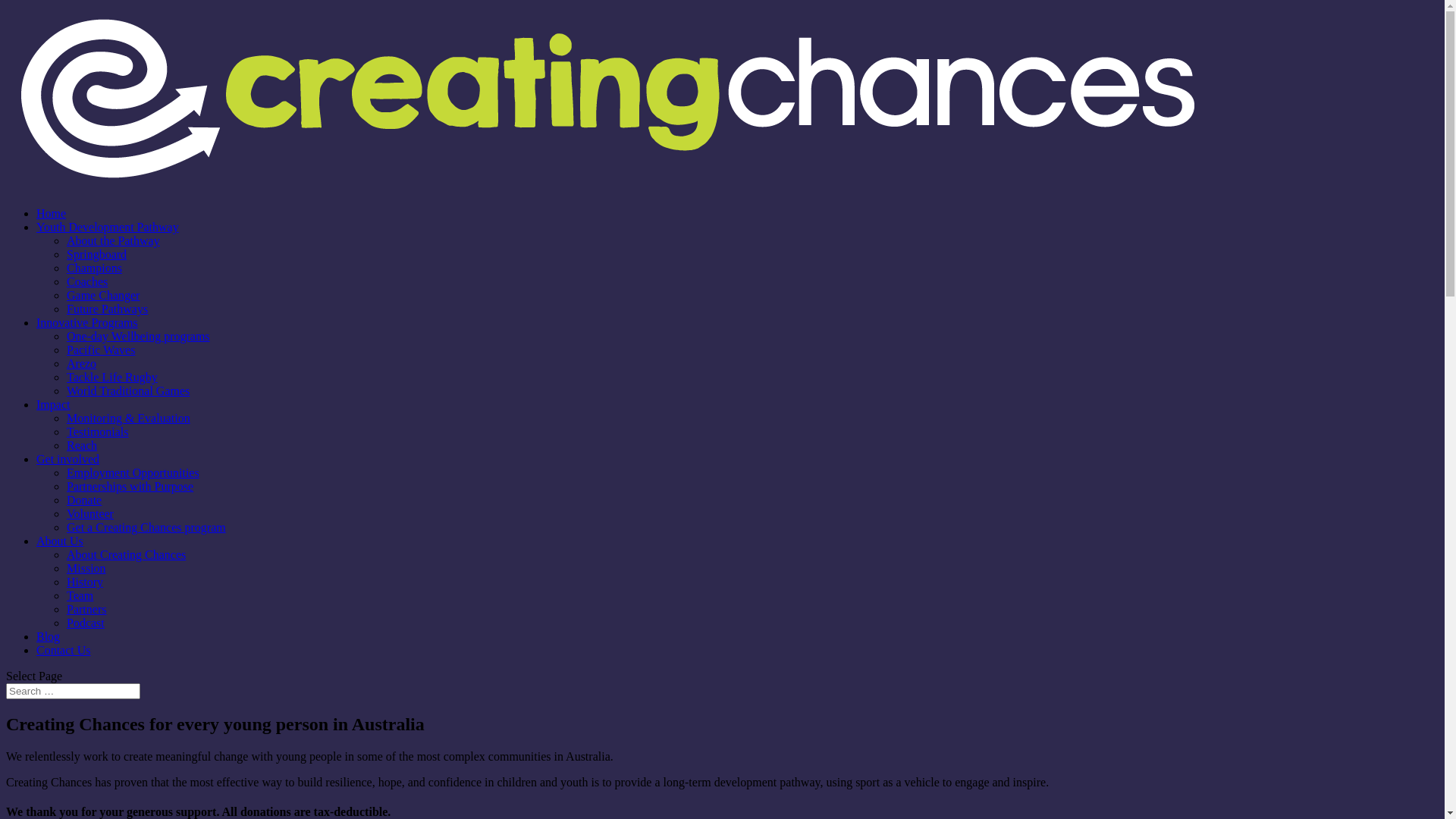 Image resolution: width=1456 pixels, height=819 pixels. I want to click on 'About Us', so click(59, 540).